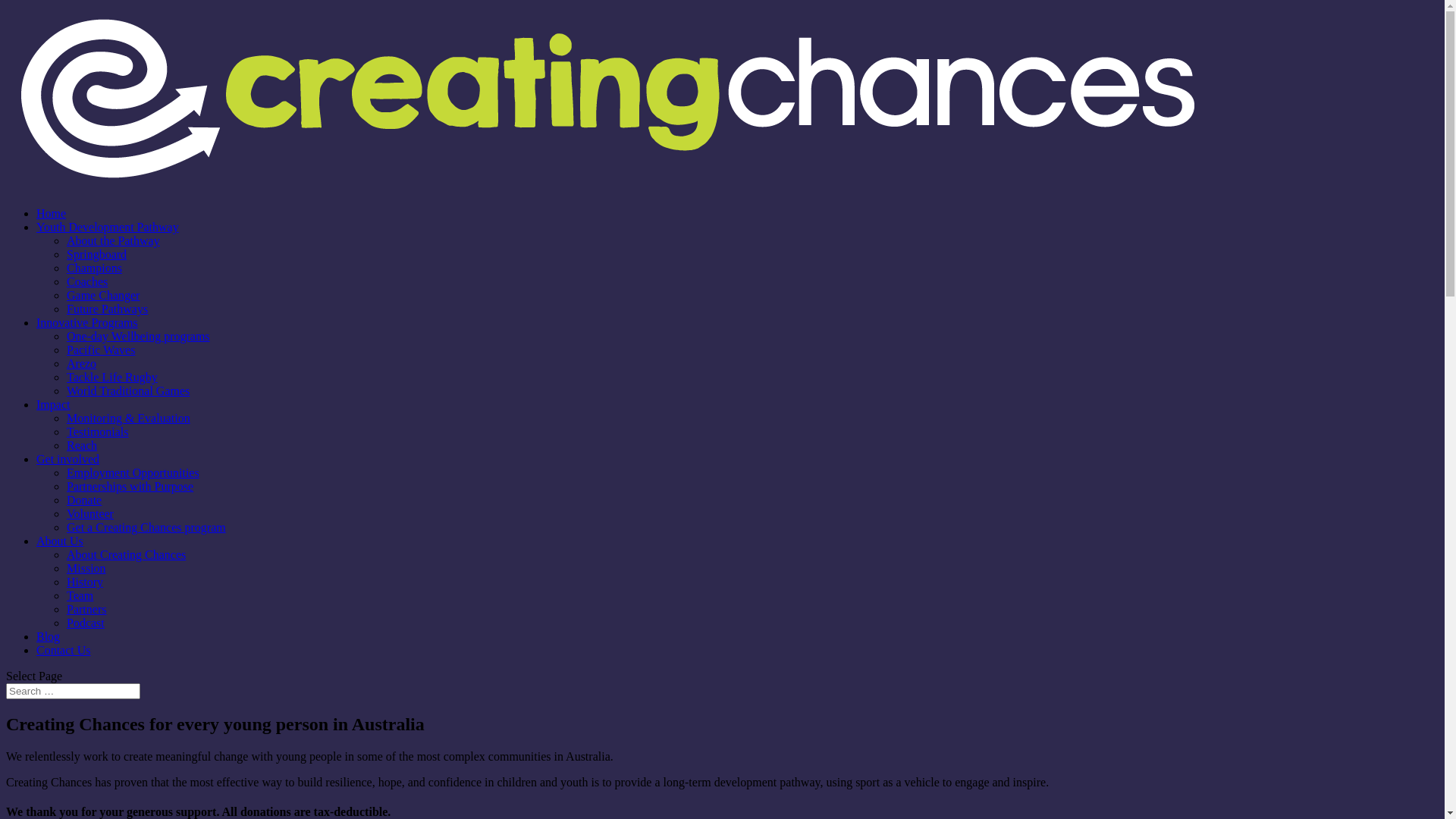 Image resolution: width=1456 pixels, height=819 pixels. I want to click on 'About Us', so click(59, 540).